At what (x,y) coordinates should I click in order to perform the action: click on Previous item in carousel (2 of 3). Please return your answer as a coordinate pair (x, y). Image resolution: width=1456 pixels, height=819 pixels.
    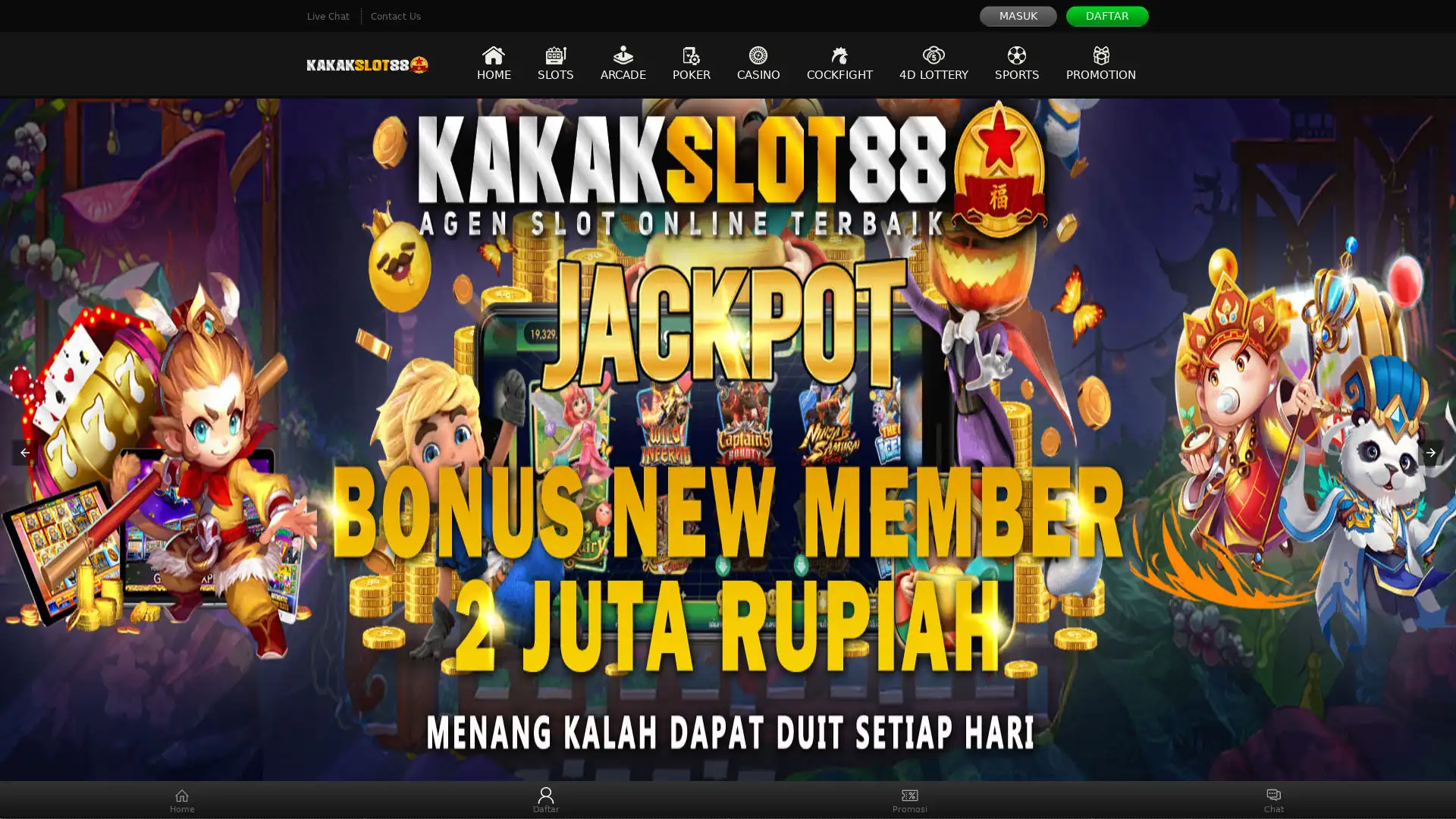
    Looking at the image, I should click on (25, 452).